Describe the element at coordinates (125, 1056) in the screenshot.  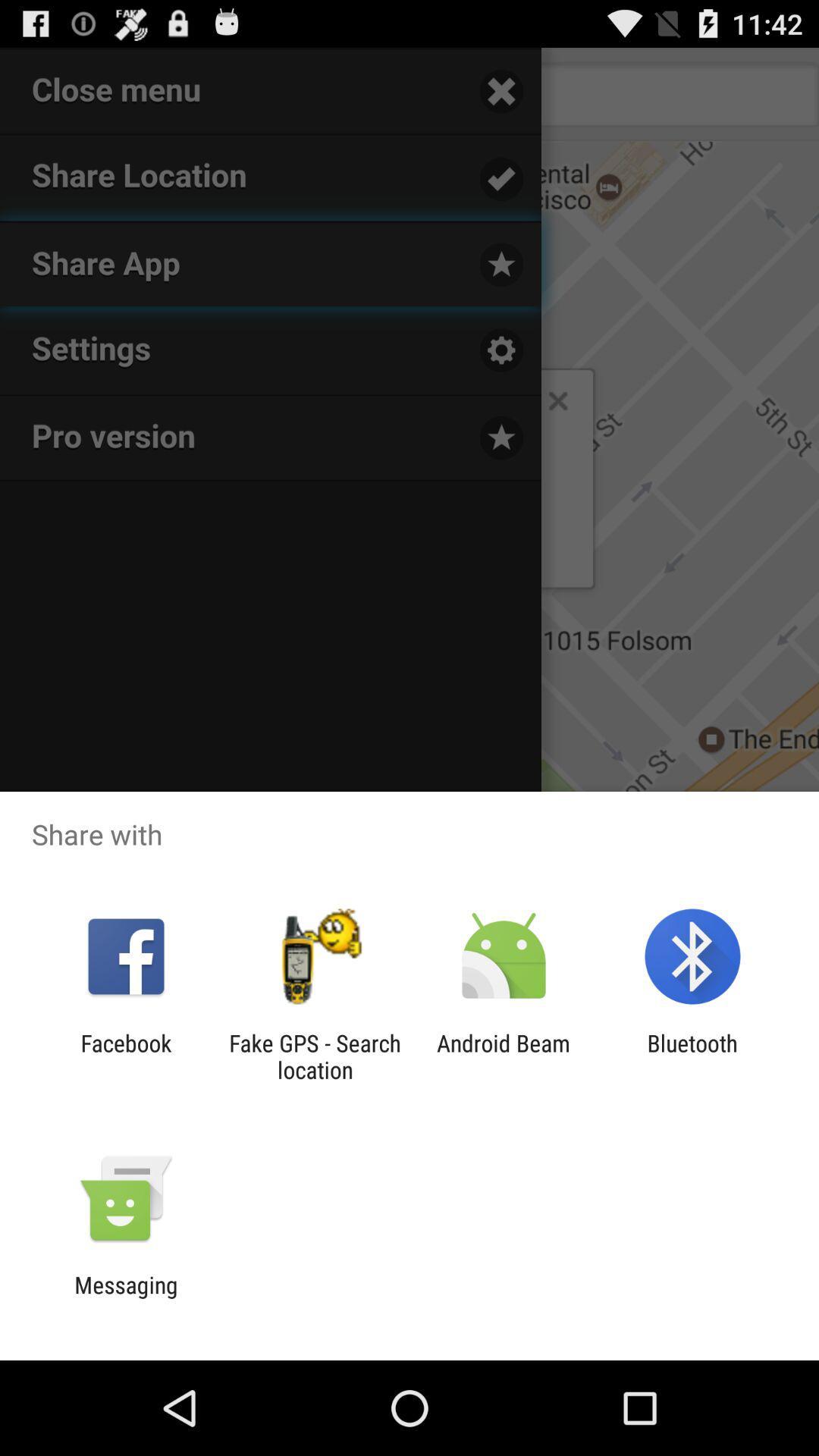
I see `the item next to the fake gps search item` at that location.